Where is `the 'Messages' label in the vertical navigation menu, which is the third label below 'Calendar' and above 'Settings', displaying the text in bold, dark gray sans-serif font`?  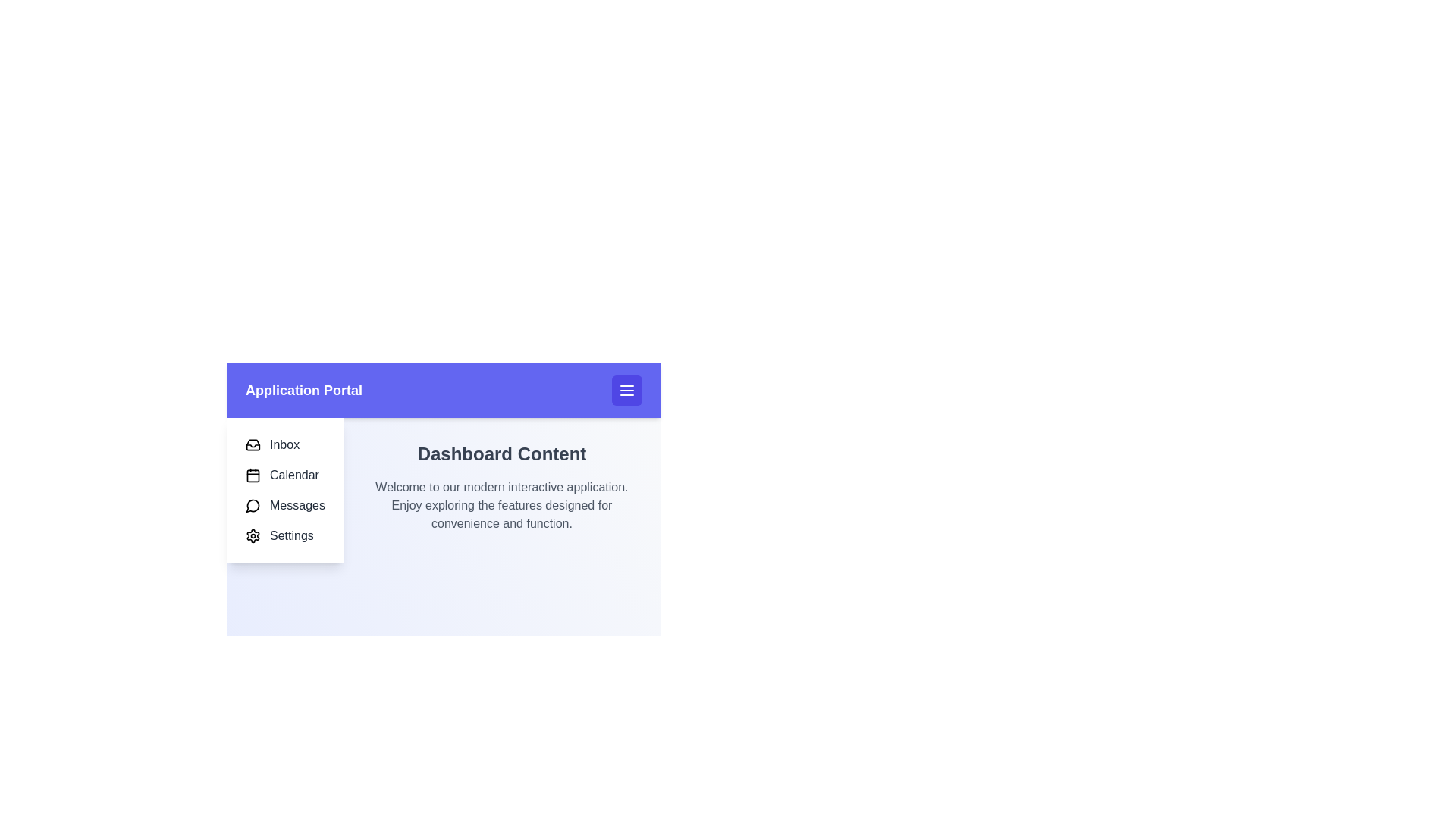
the 'Messages' label in the vertical navigation menu, which is the third label below 'Calendar' and above 'Settings', displaying the text in bold, dark gray sans-serif font is located at coordinates (297, 506).